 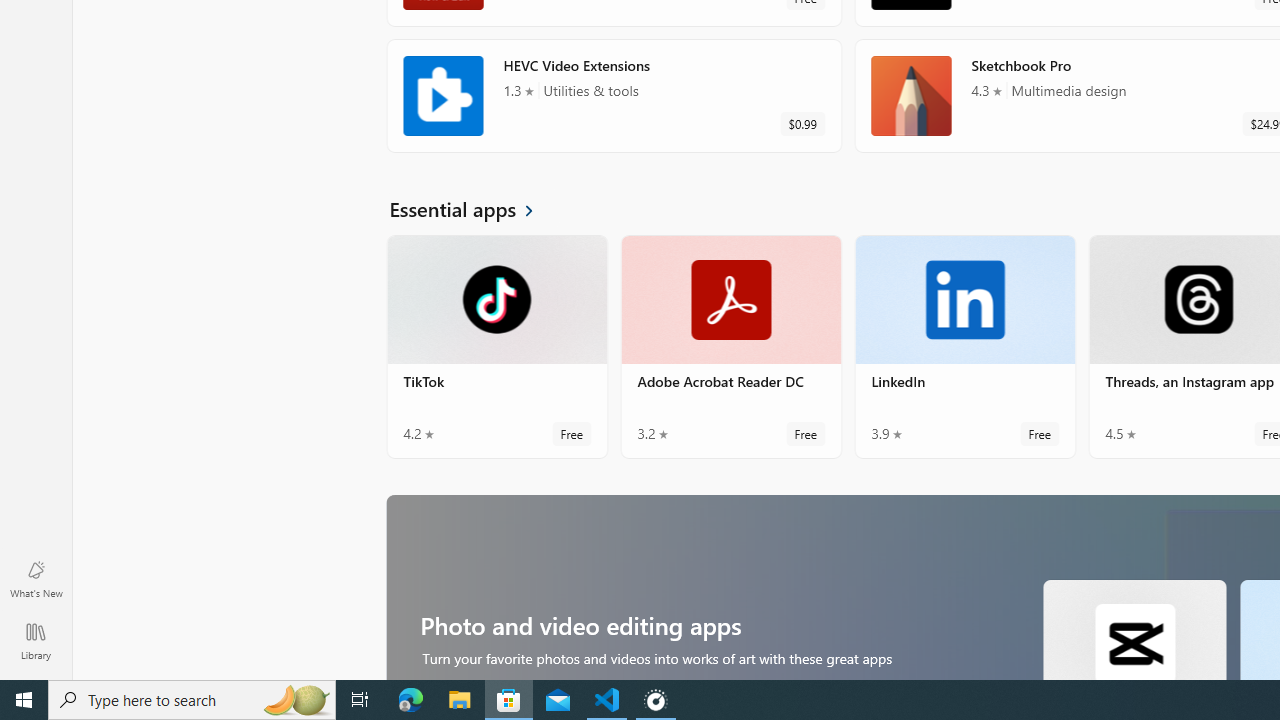 What do you see at coordinates (35, 578) in the screenshot?
I see `'What'` at bounding box center [35, 578].